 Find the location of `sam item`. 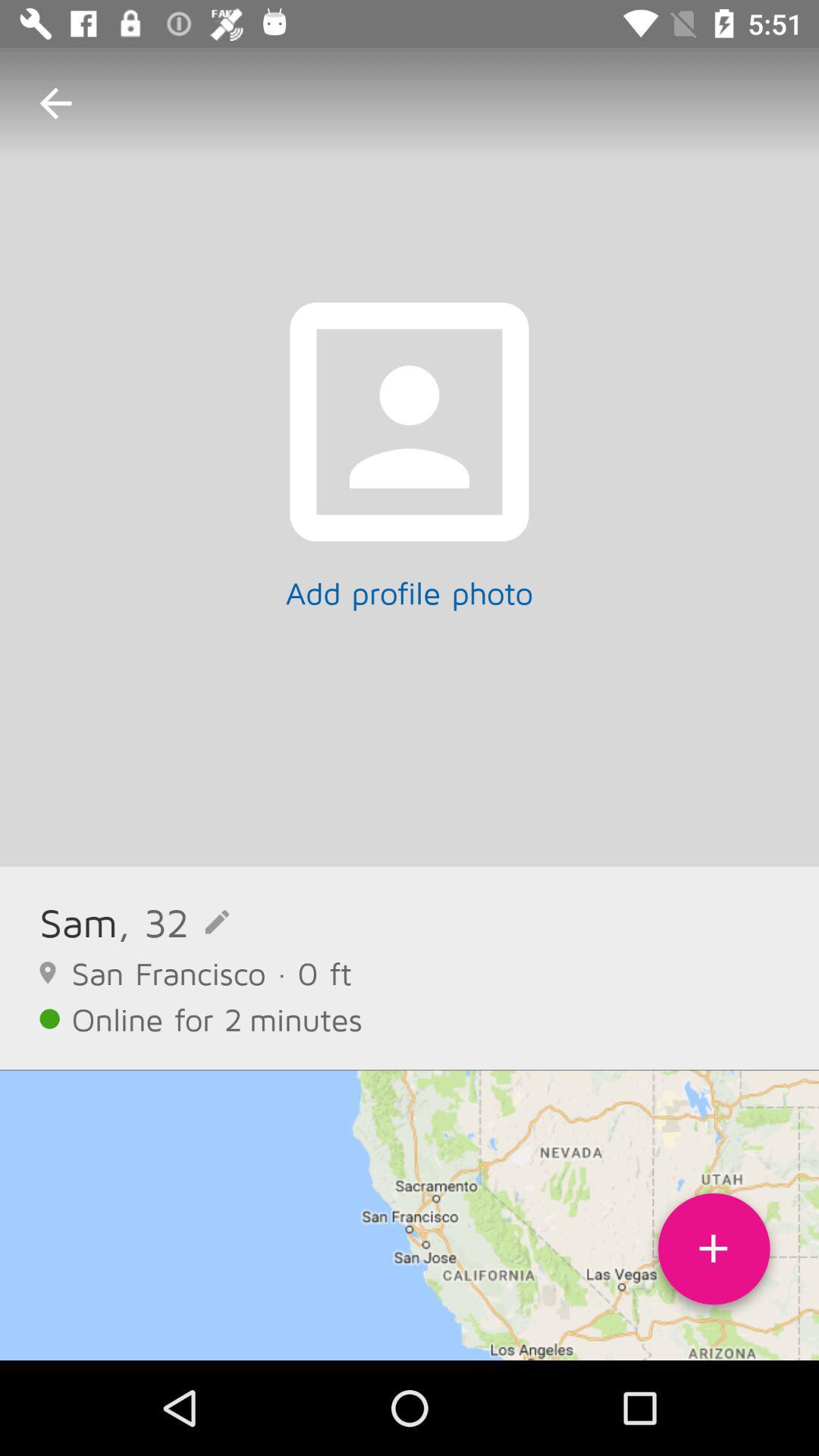

sam item is located at coordinates (78, 921).